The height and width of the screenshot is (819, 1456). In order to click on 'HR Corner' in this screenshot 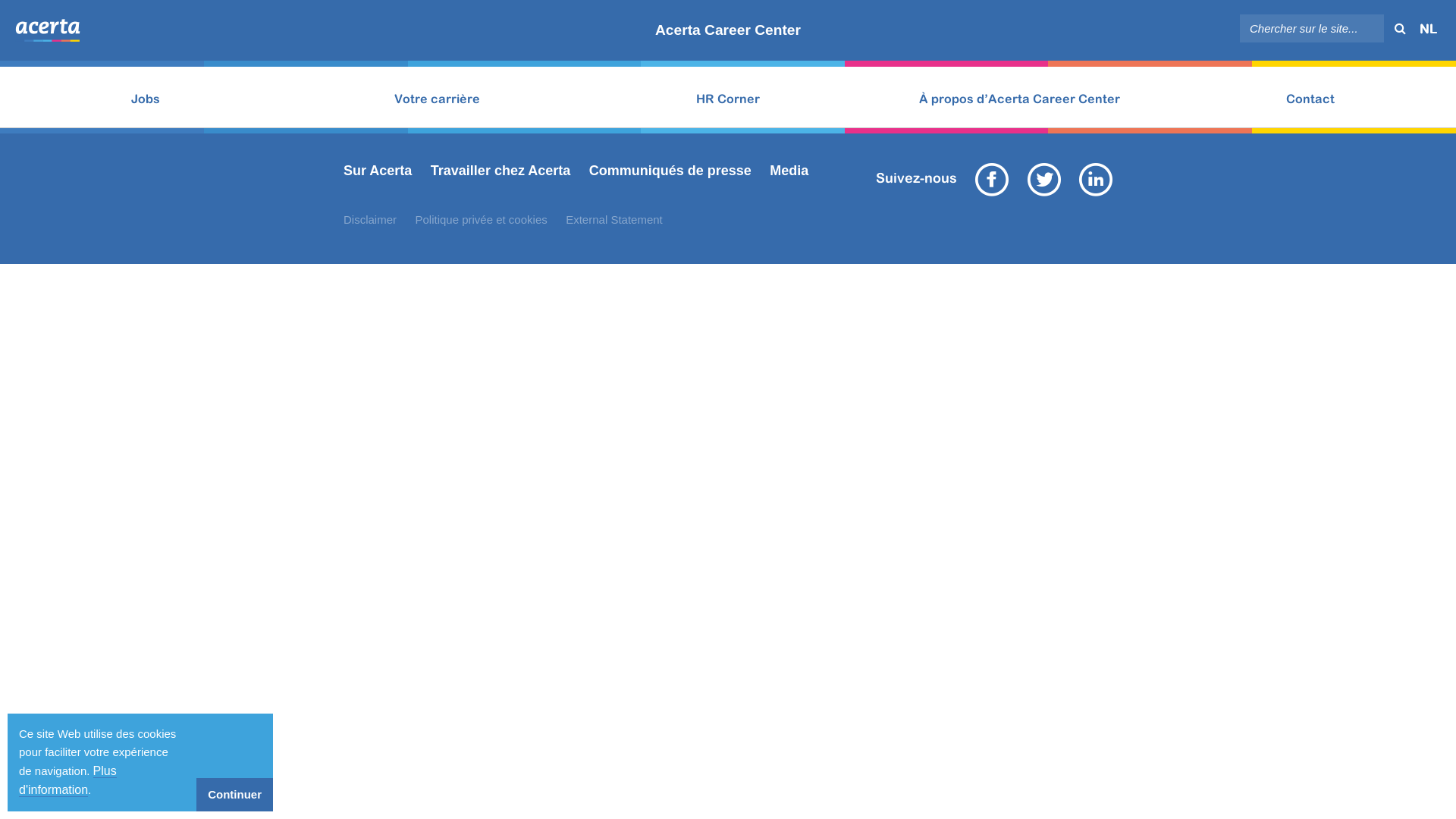, I will do `click(728, 96)`.